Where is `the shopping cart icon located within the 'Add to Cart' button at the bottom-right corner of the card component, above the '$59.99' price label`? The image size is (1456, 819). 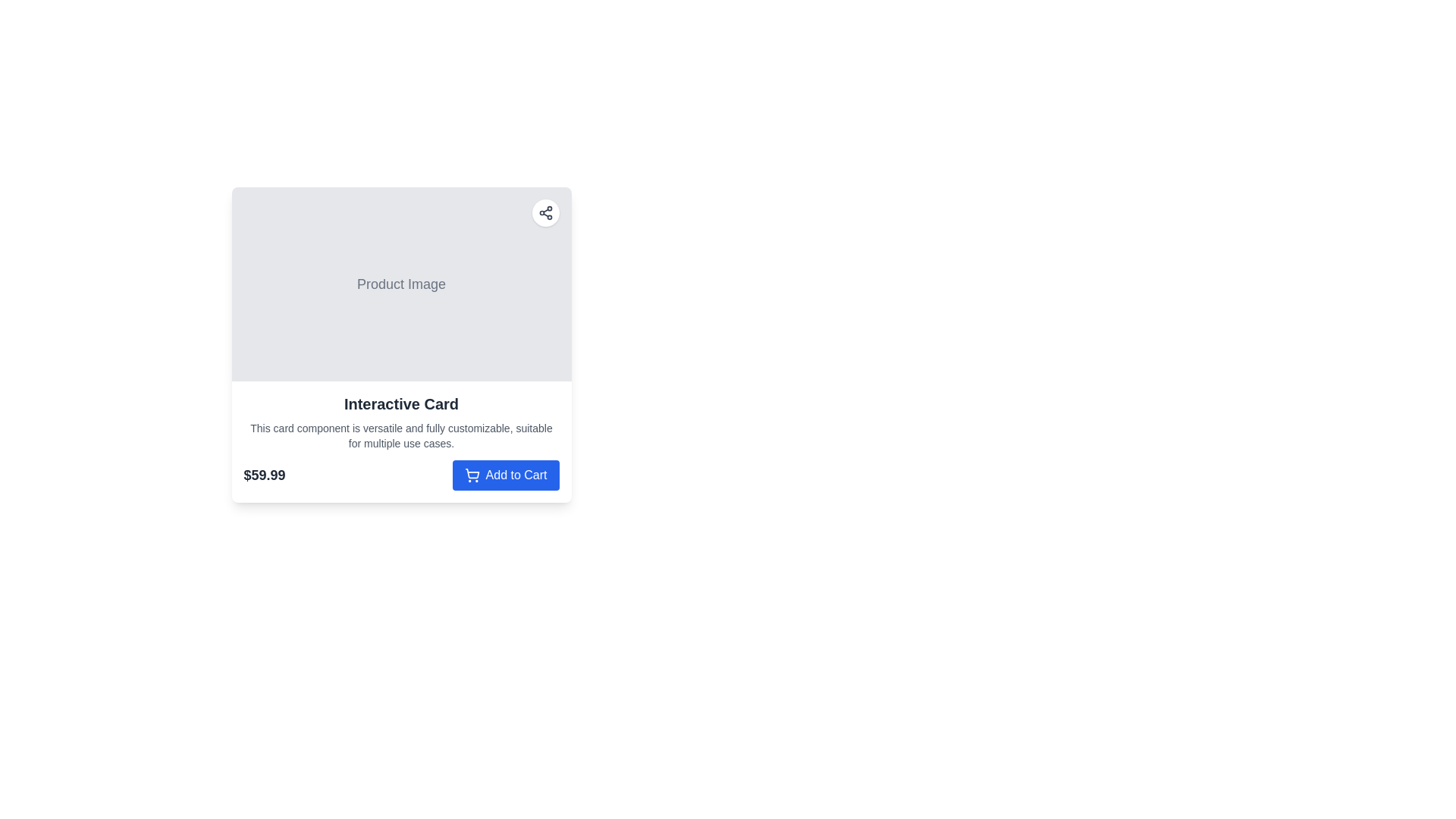
the shopping cart icon located within the 'Add to Cart' button at the bottom-right corner of the card component, above the '$59.99' price label is located at coordinates (471, 472).